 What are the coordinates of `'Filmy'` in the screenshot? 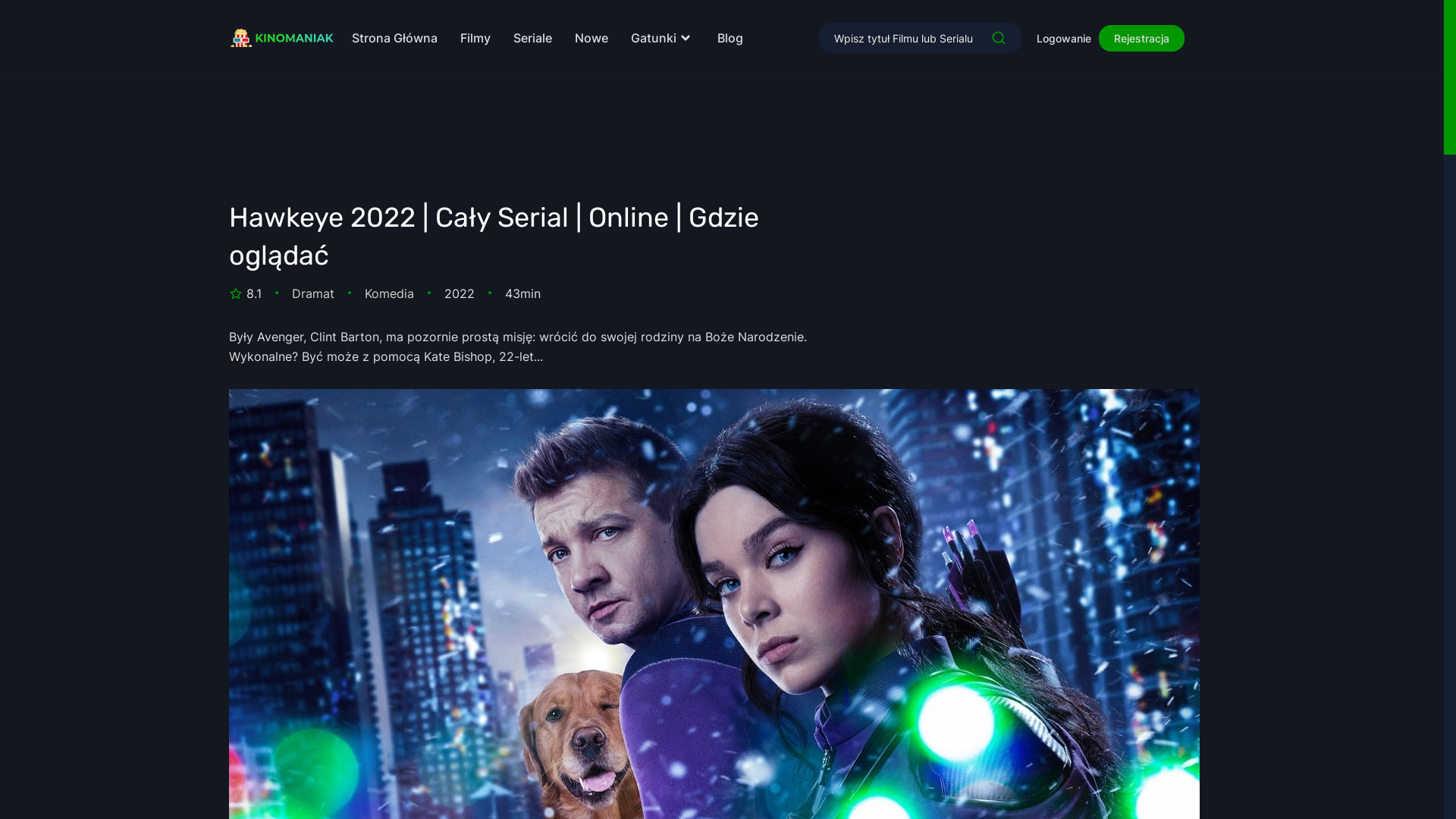 It's located at (475, 37).